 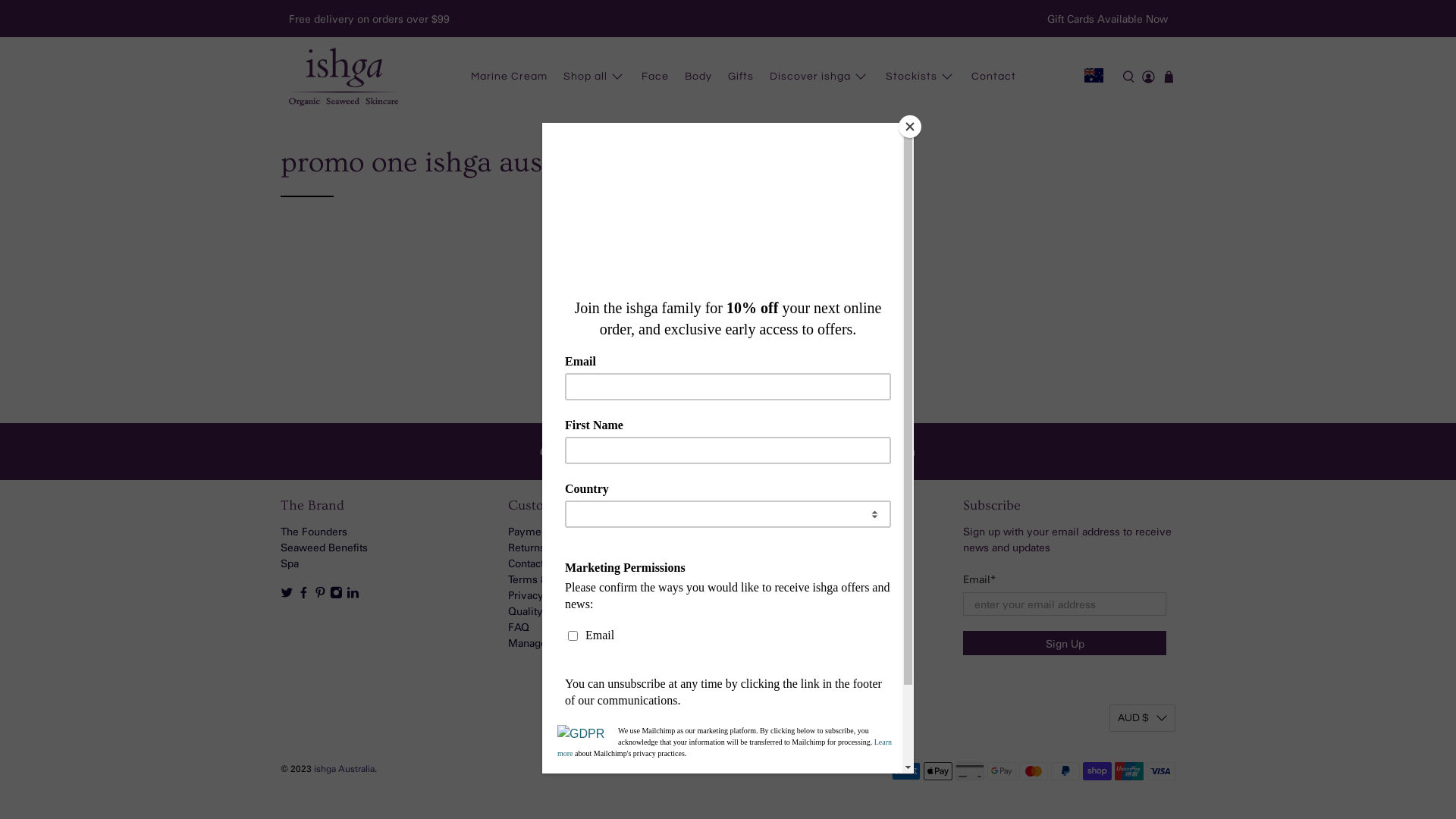 I want to click on 'Face', so click(x=633, y=77).